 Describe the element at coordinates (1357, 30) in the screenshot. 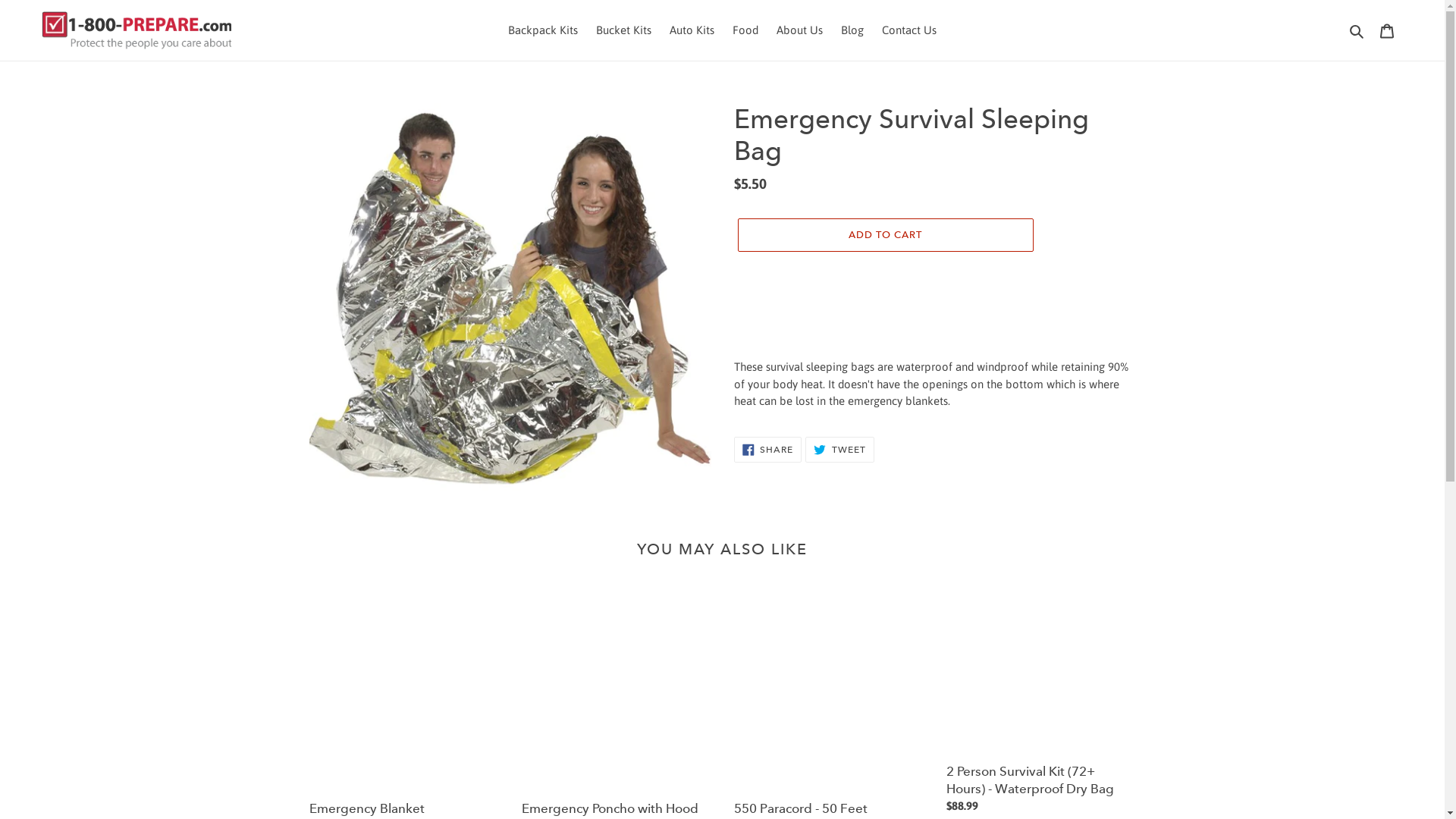

I see `'Search'` at that location.